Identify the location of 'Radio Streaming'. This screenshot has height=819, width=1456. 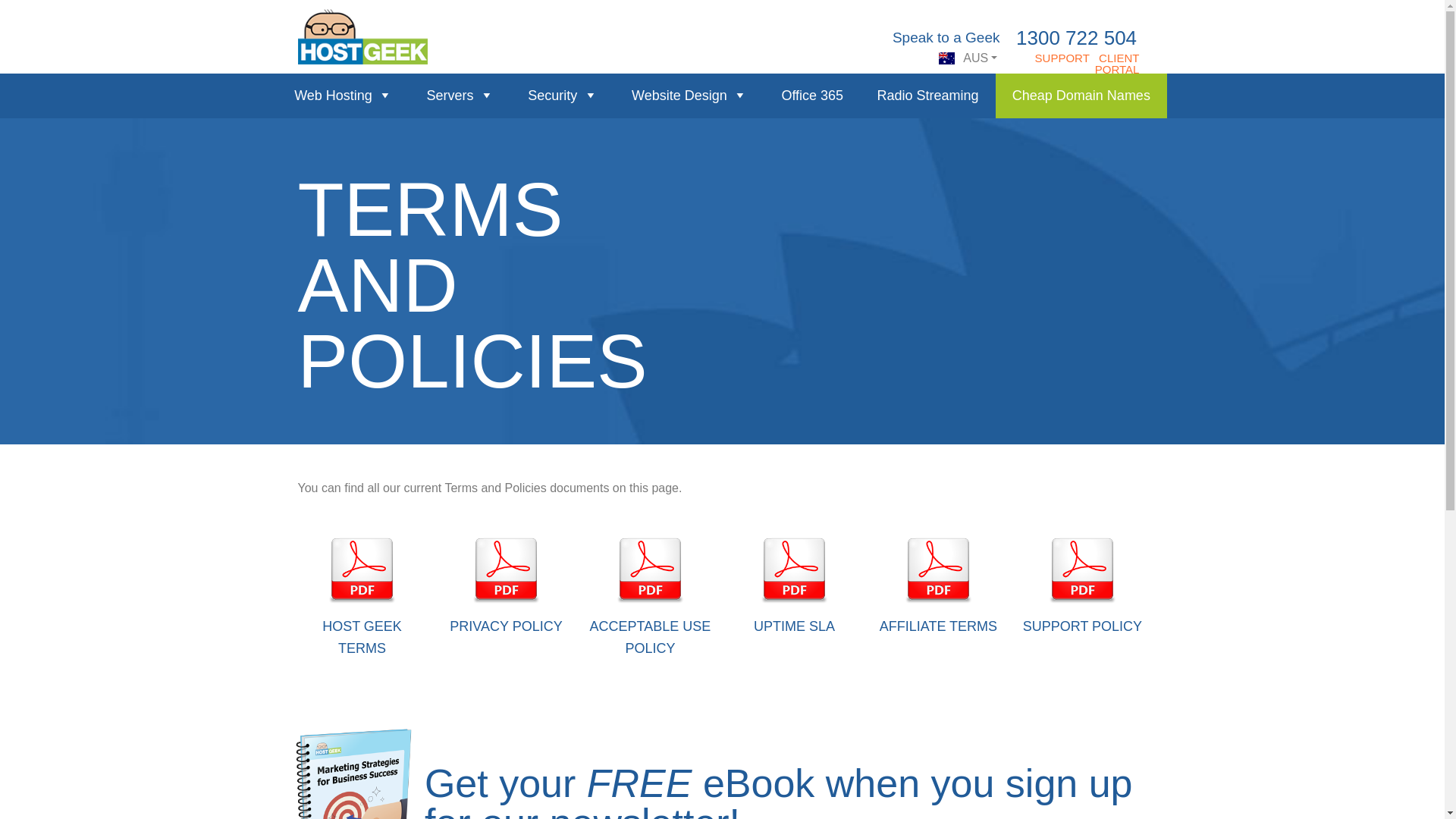
(927, 96).